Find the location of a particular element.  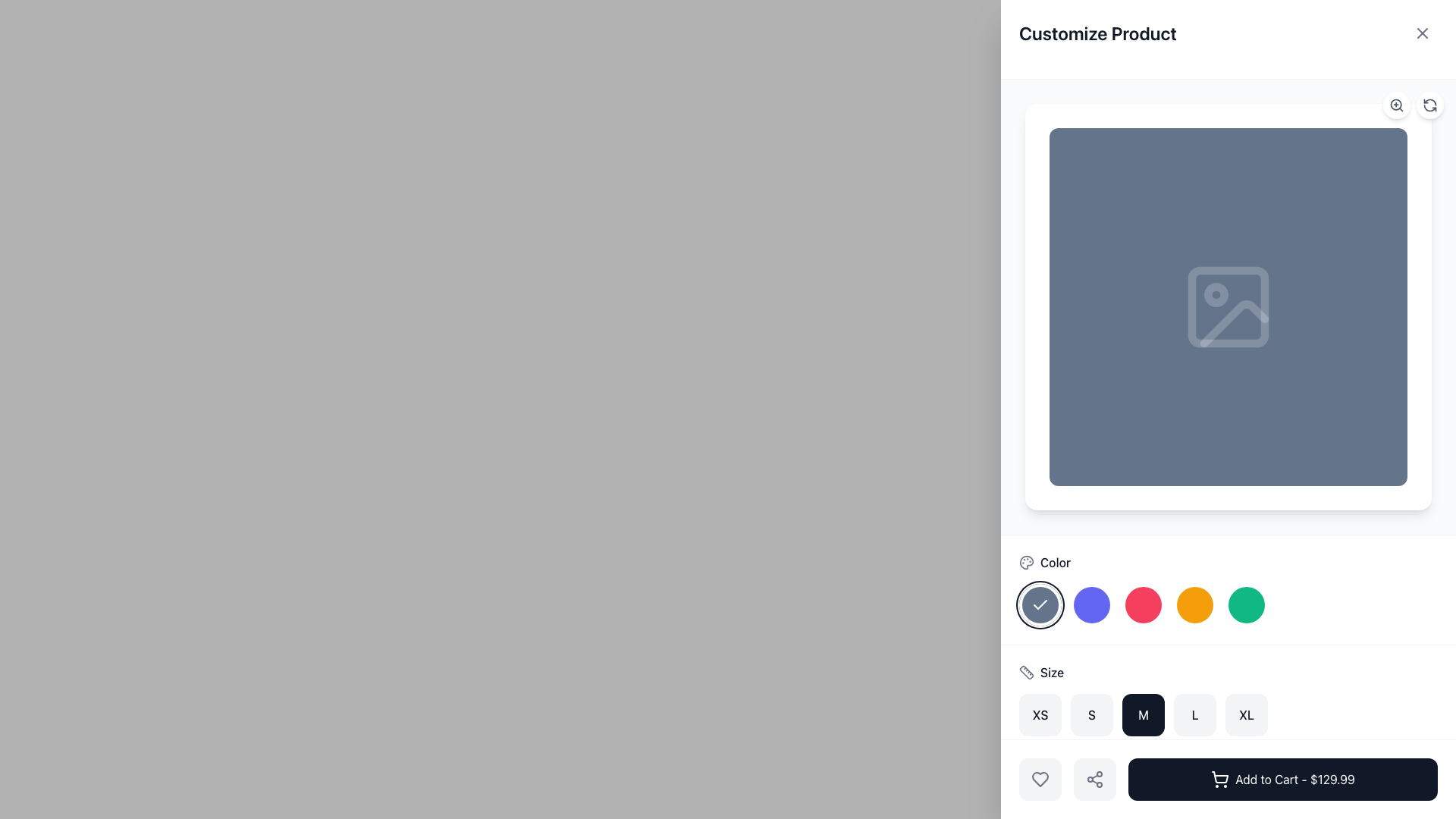

the circular refresh button located in the top-right corner of the 'Customize Product' modal to refresh or reload the content is located at coordinates (1429, 104).